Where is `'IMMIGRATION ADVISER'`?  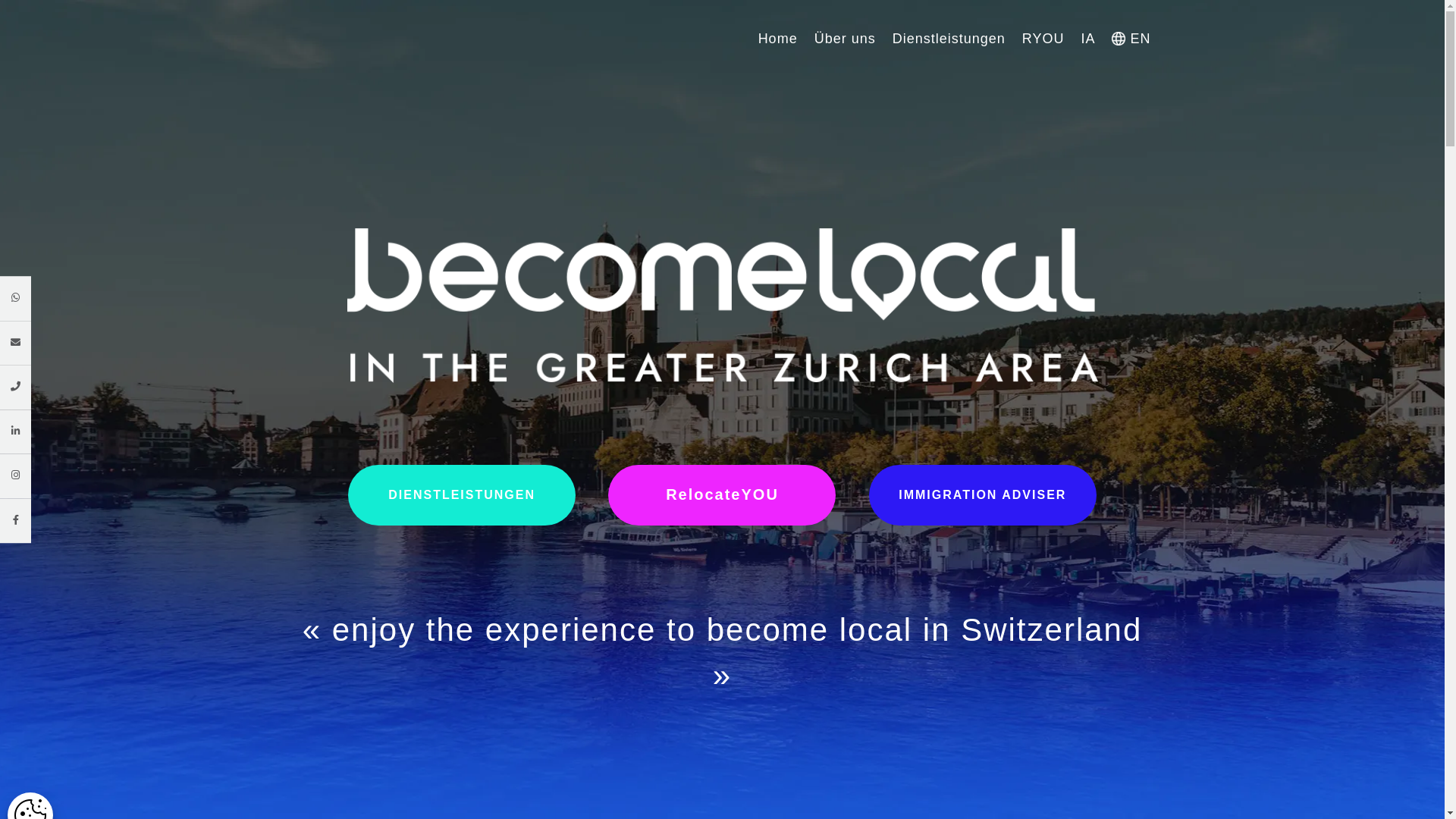 'IMMIGRATION ADVISER' is located at coordinates (869, 494).